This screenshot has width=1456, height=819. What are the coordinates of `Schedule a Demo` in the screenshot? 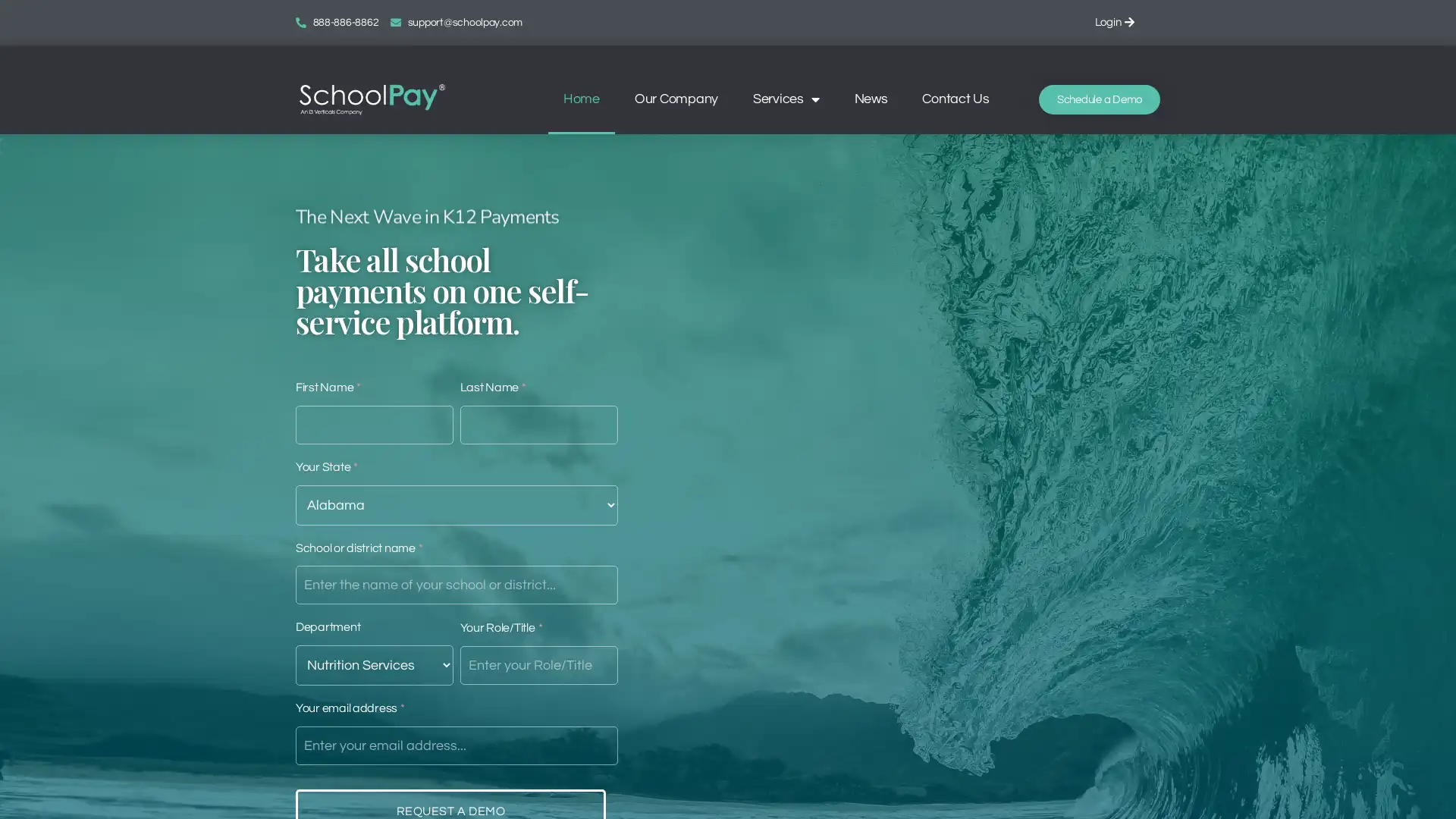 It's located at (1099, 99).